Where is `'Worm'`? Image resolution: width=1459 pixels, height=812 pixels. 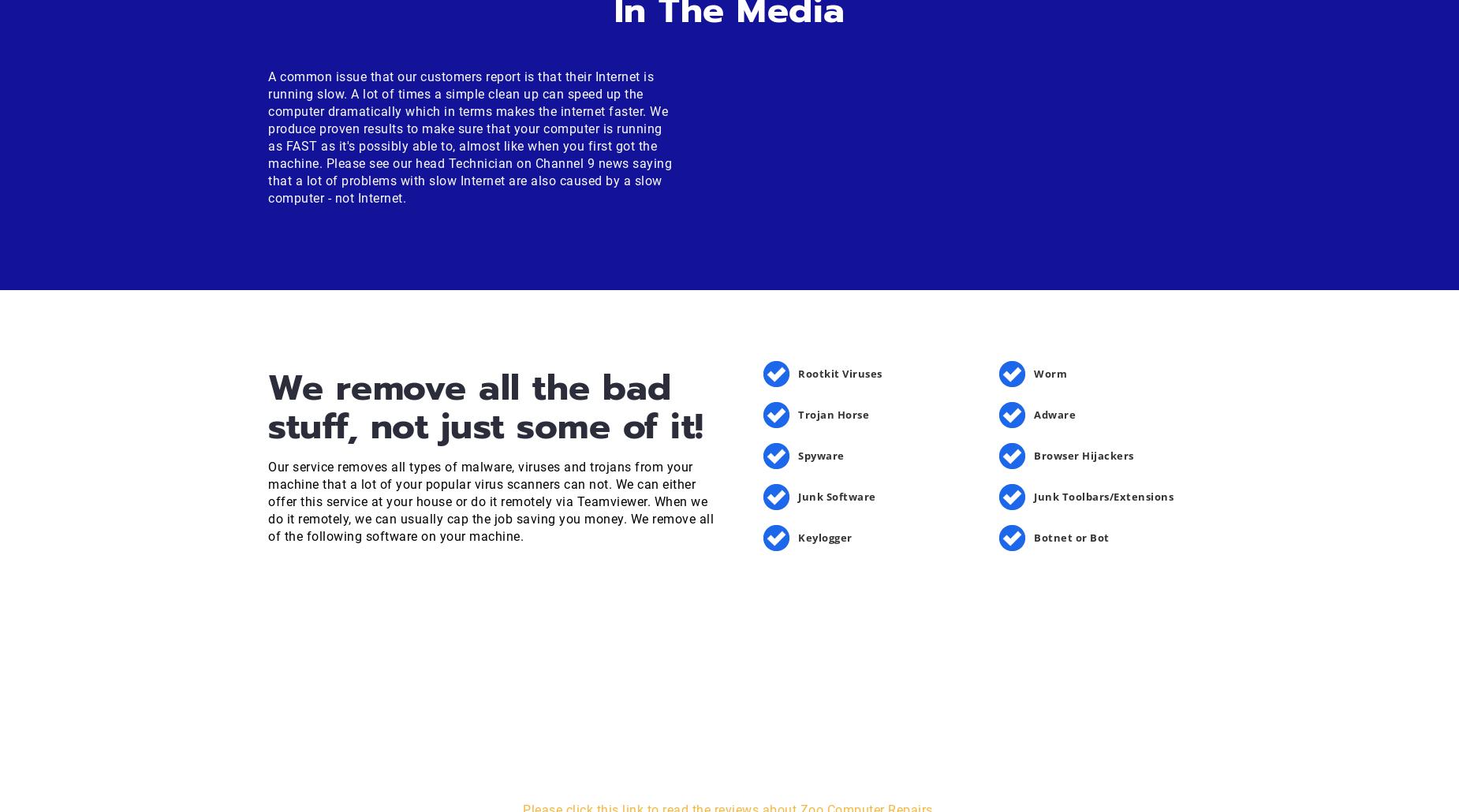
'Worm' is located at coordinates (1050, 371).